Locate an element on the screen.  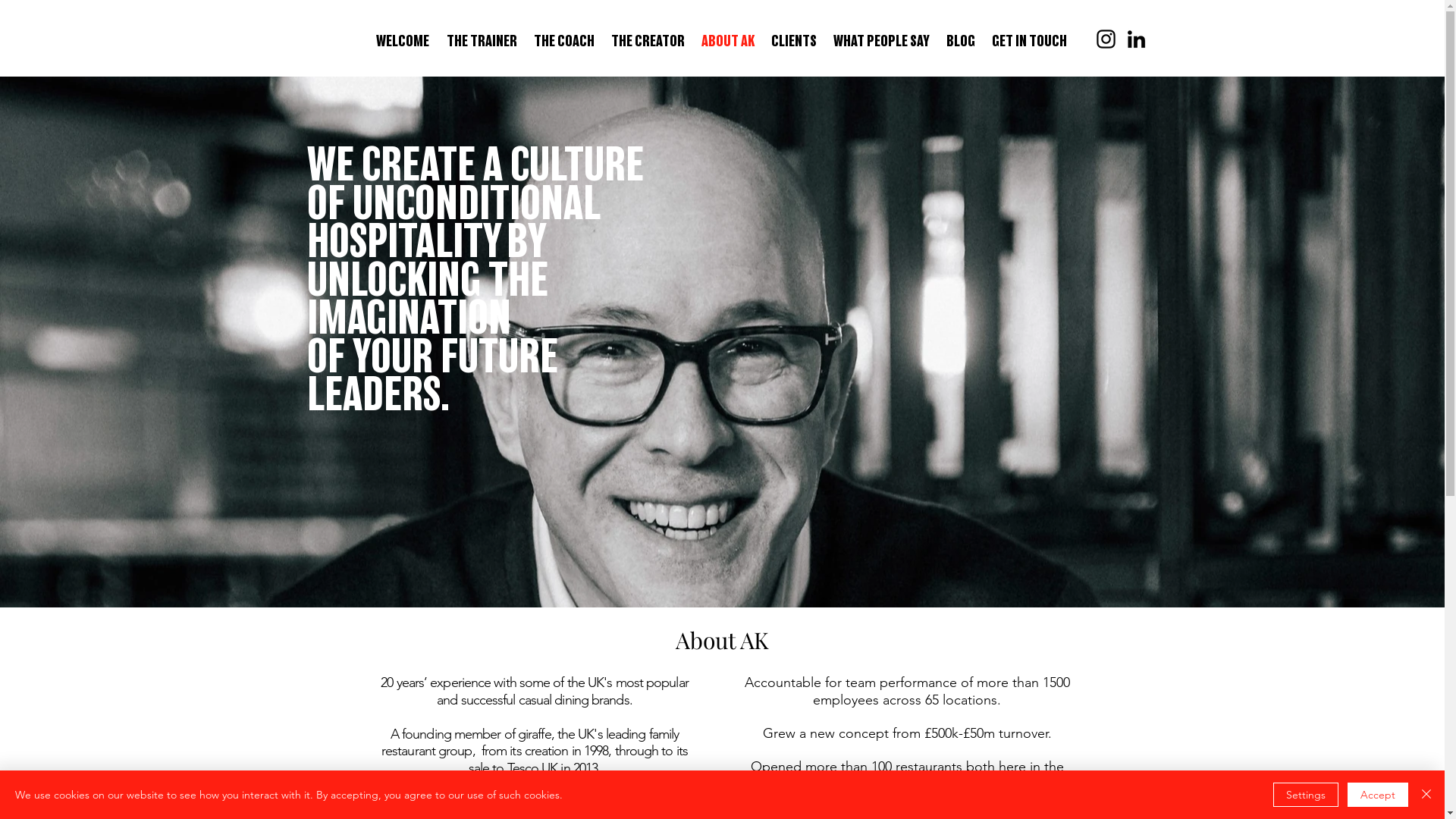
'ABOUT AK' is located at coordinates (728, 40).